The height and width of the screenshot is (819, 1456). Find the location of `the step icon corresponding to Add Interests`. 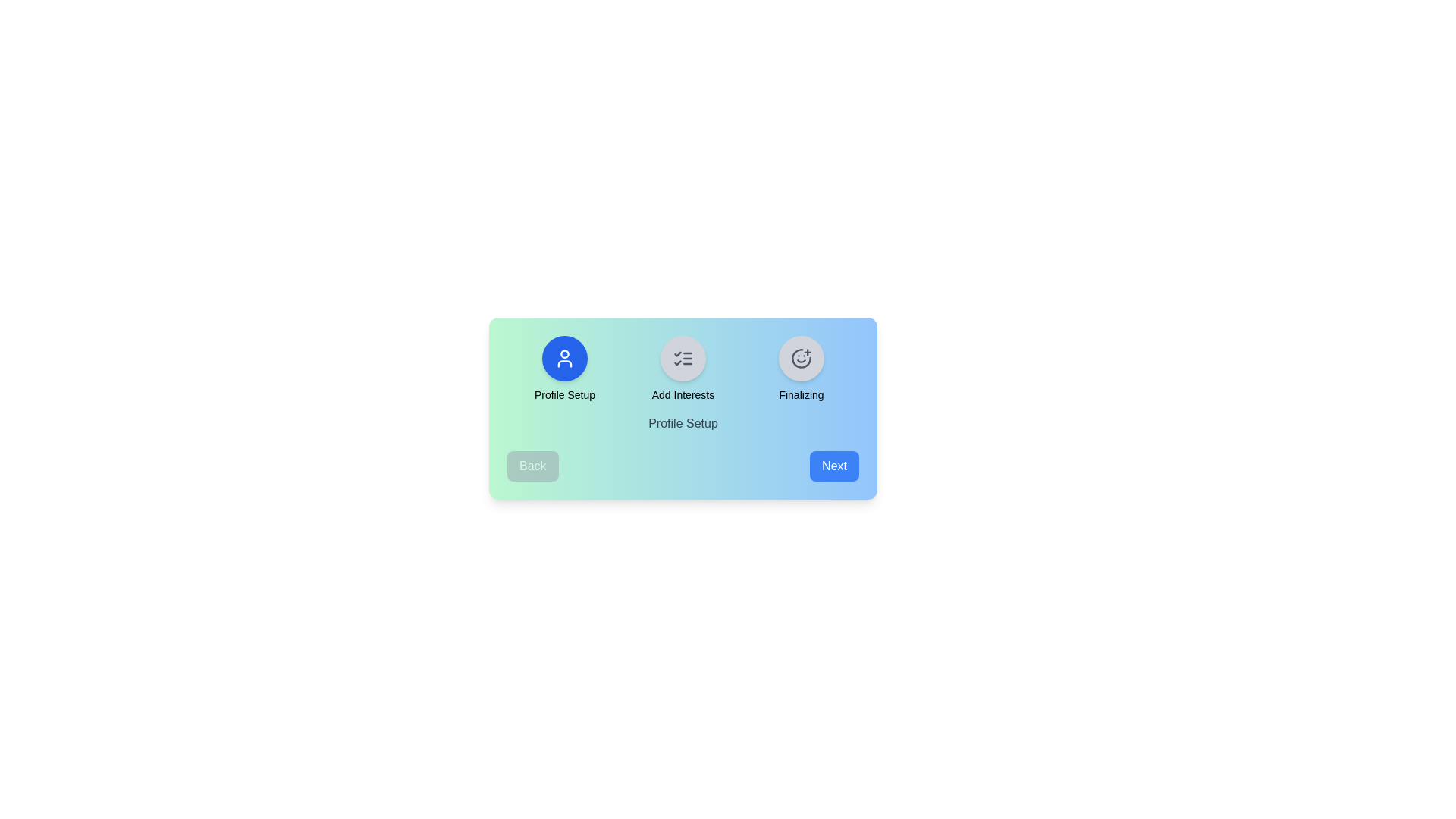

the step icon corresponding to Add Interests is located at coordinates (682, 359).